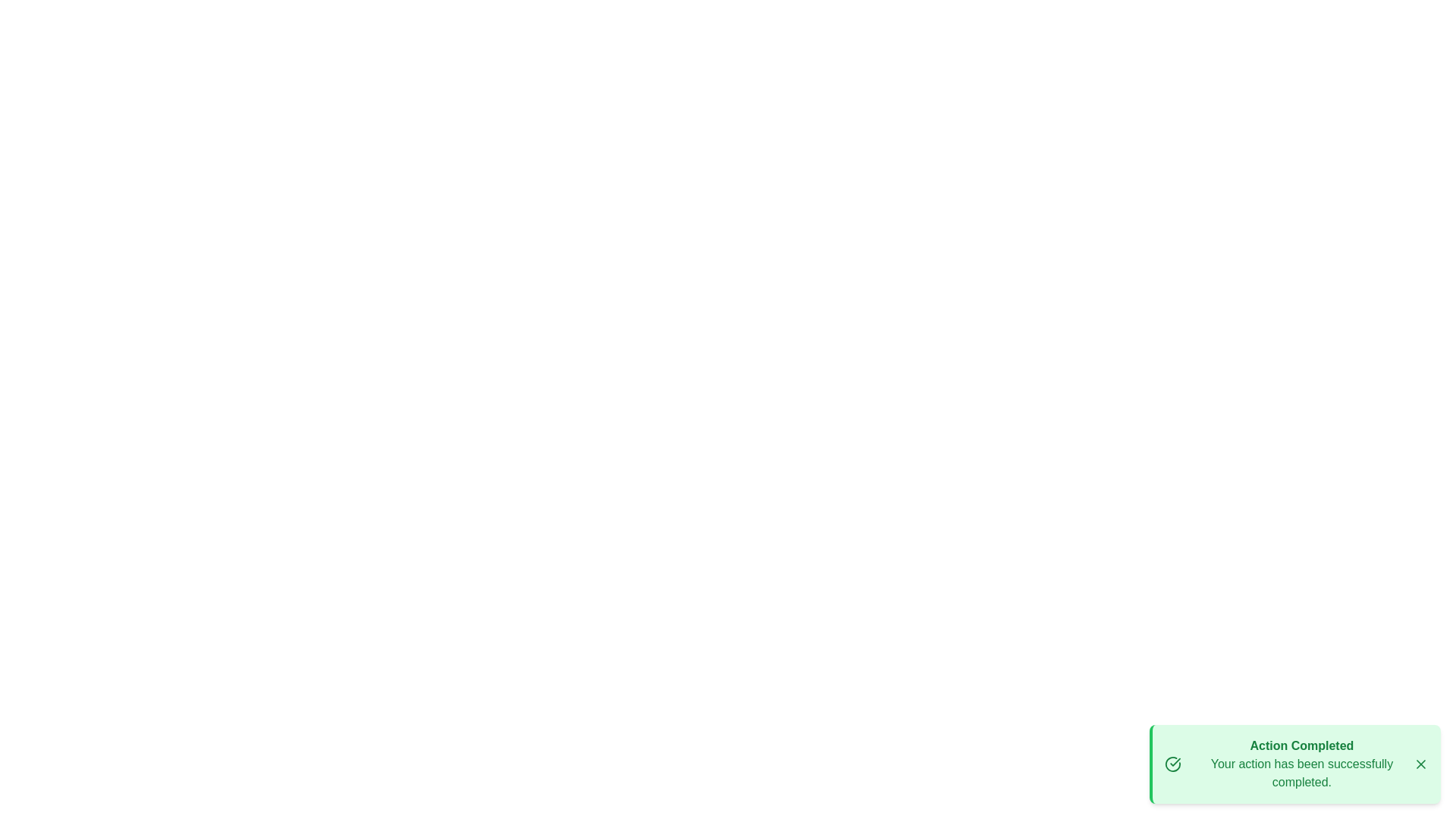 The image size is (1456, 819). I want to click on the icon located to the left of the notification text, so click(1172, 764).